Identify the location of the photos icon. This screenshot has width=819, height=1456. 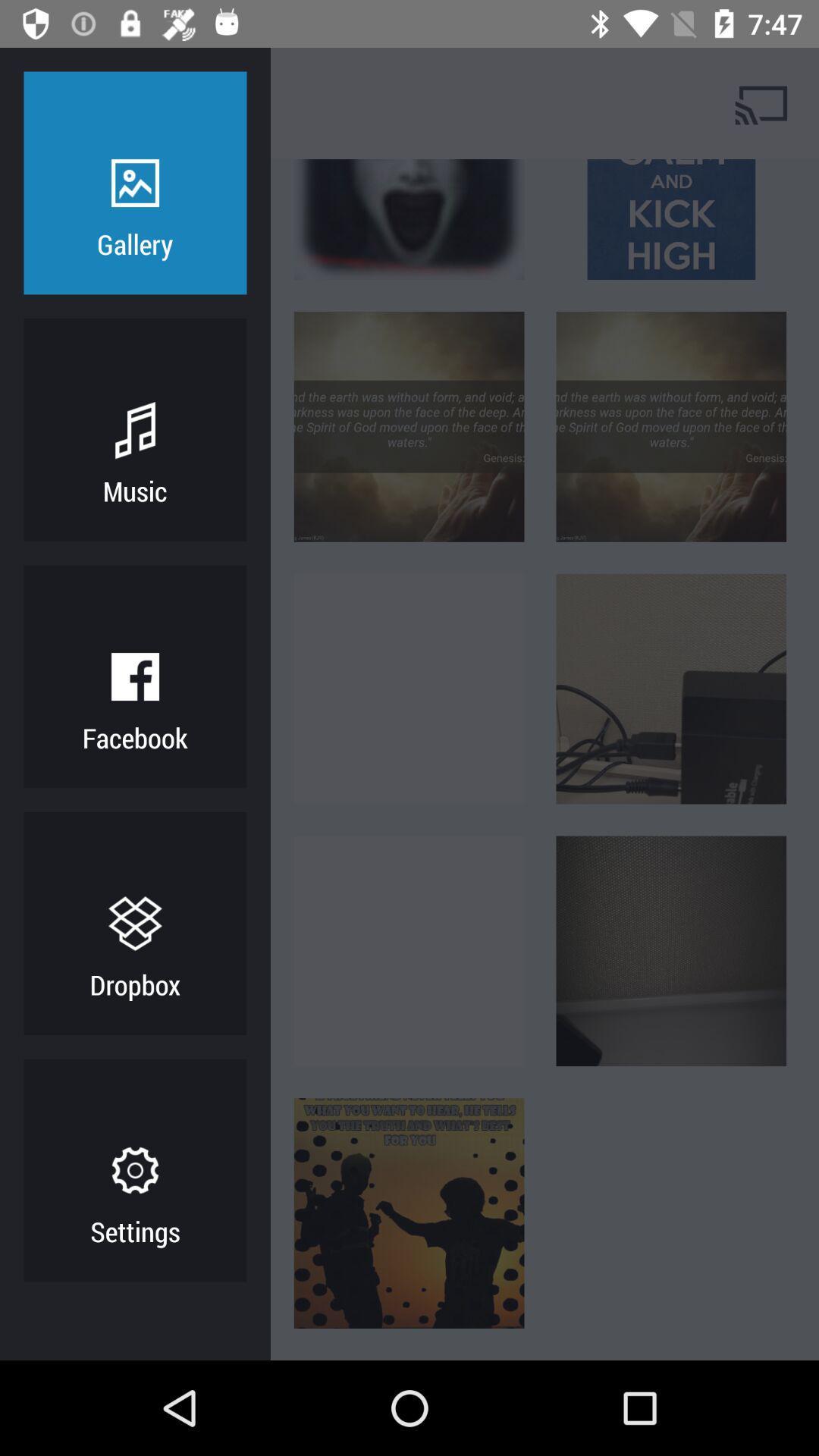
(193, 102).